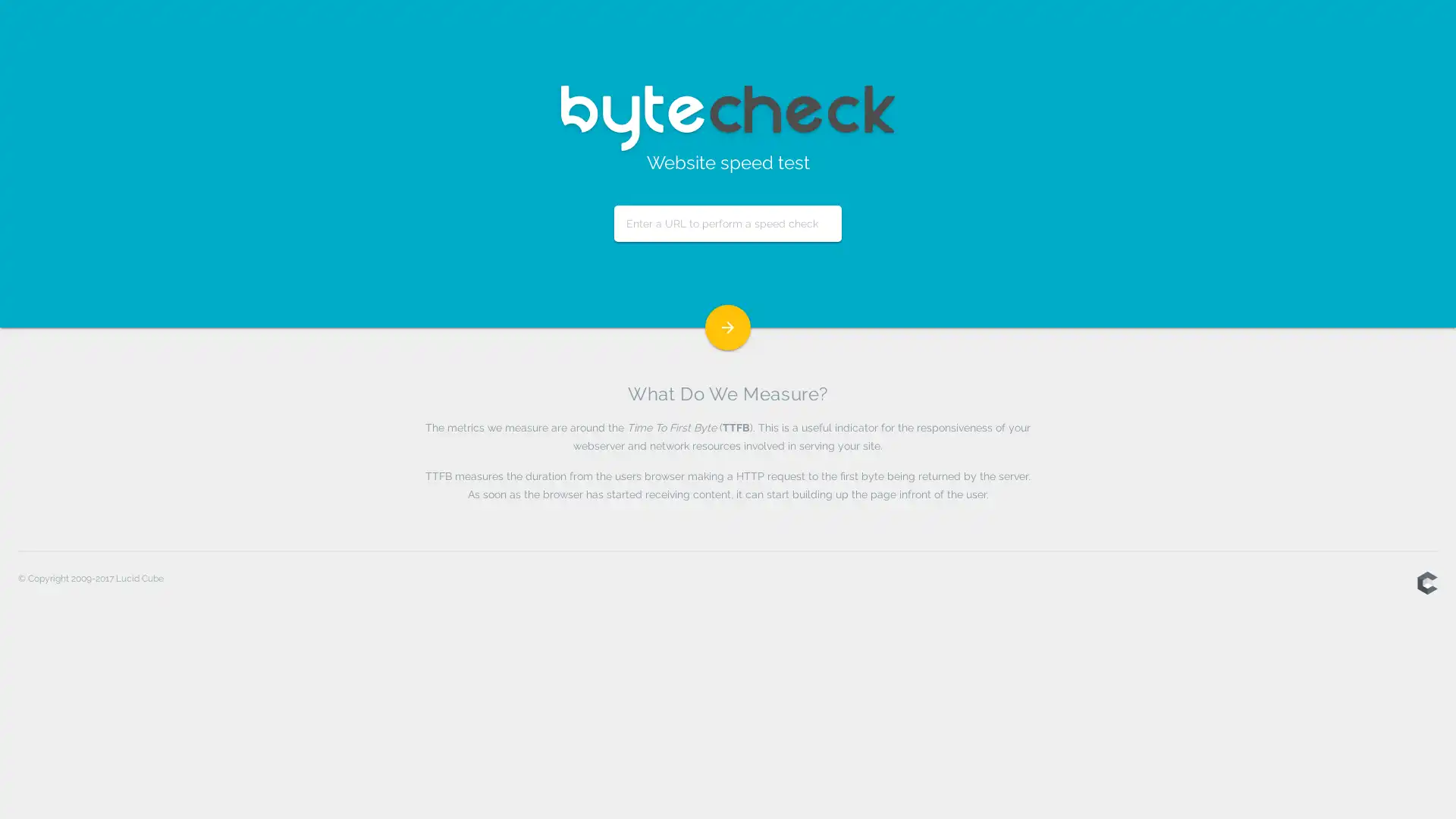 Image resolution: width=1456 pixels, height=819 pixels. I want to click on arrow_forward, so click(728, 327).